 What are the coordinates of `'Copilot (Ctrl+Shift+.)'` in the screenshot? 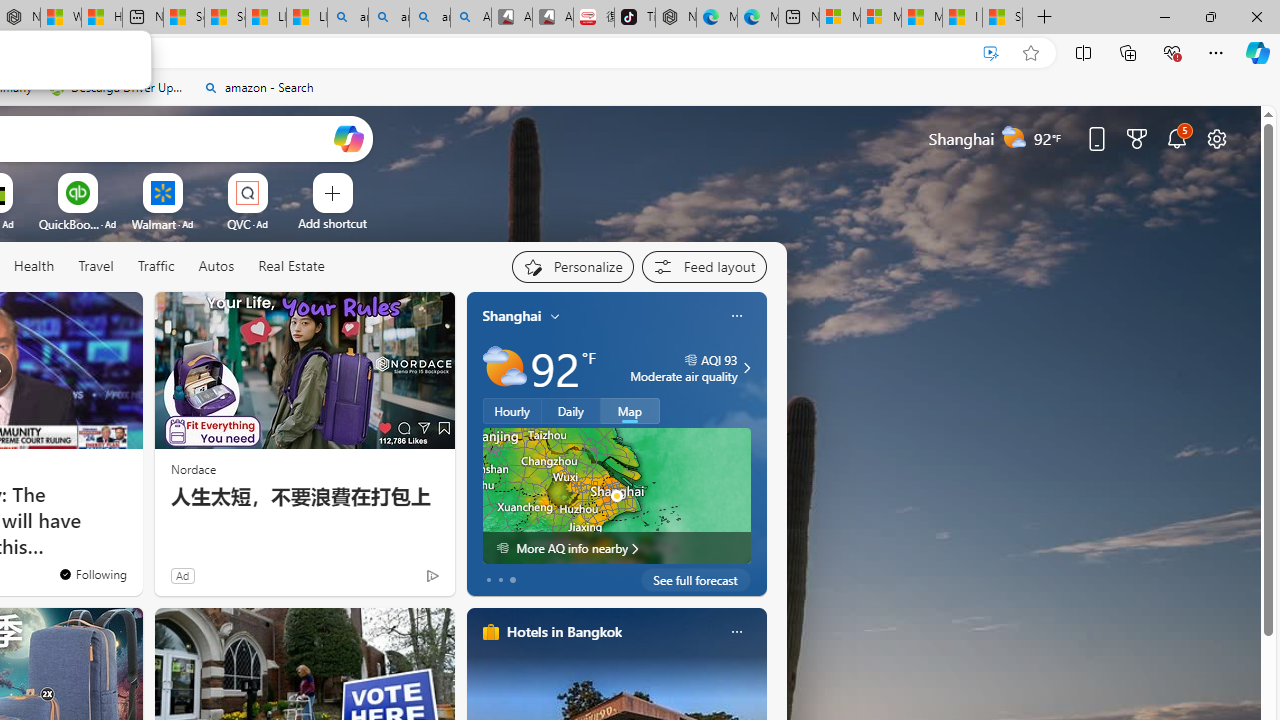 It's located at (1257, 51).